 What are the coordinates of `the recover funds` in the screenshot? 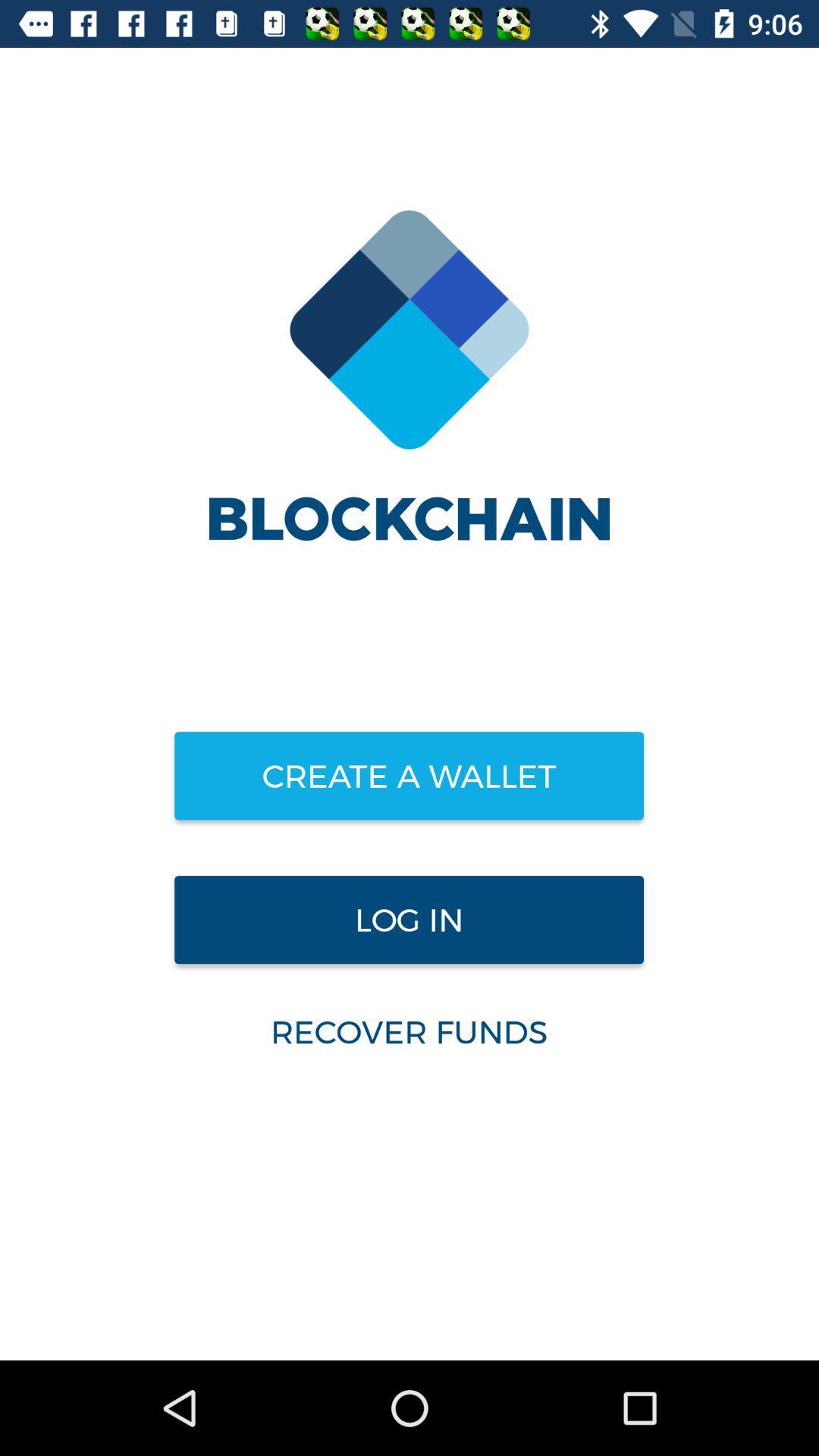 It's located at (408, 1031).